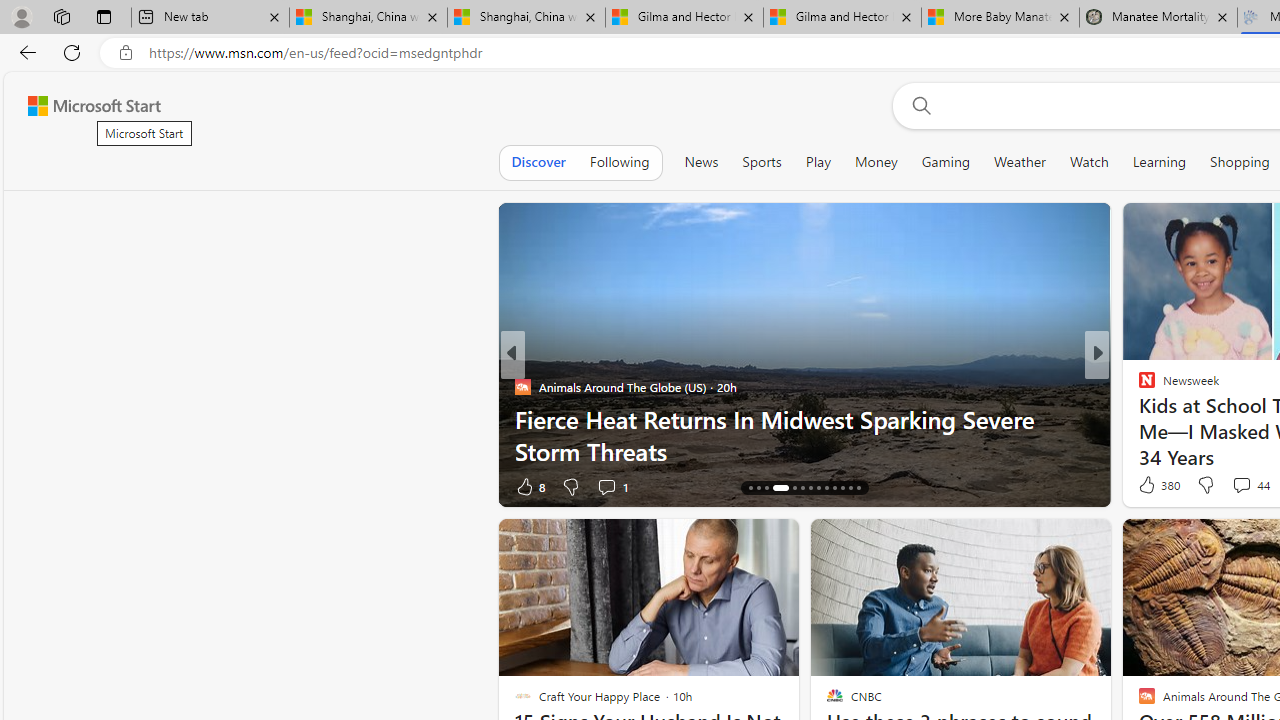 The height and width of the screenshot is (720, 1280). I want to click on 'AutomationID: tab-22', so click(826, 488).